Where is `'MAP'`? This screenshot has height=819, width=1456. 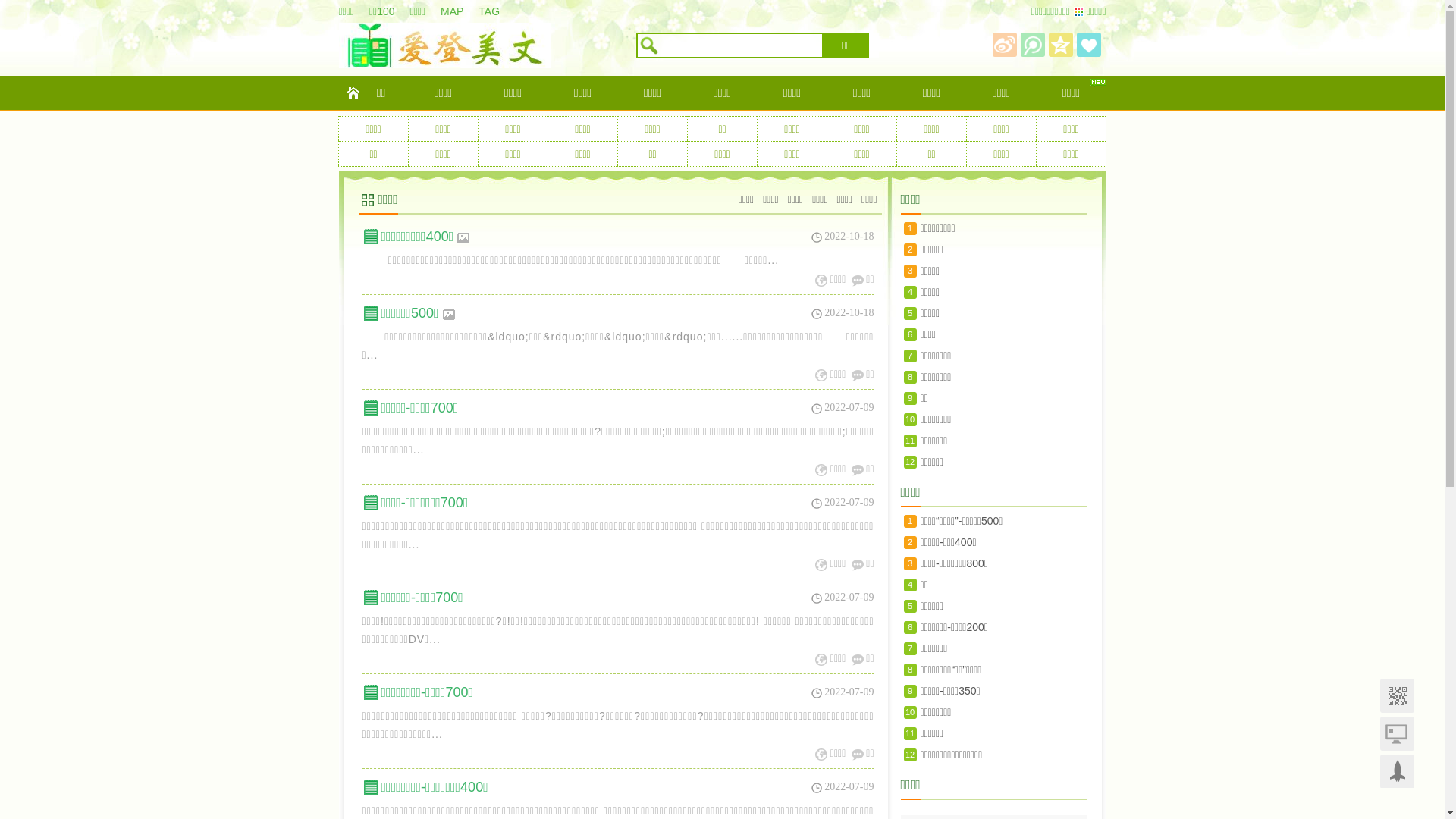 'MAP' is located at coordinates (458, 11).